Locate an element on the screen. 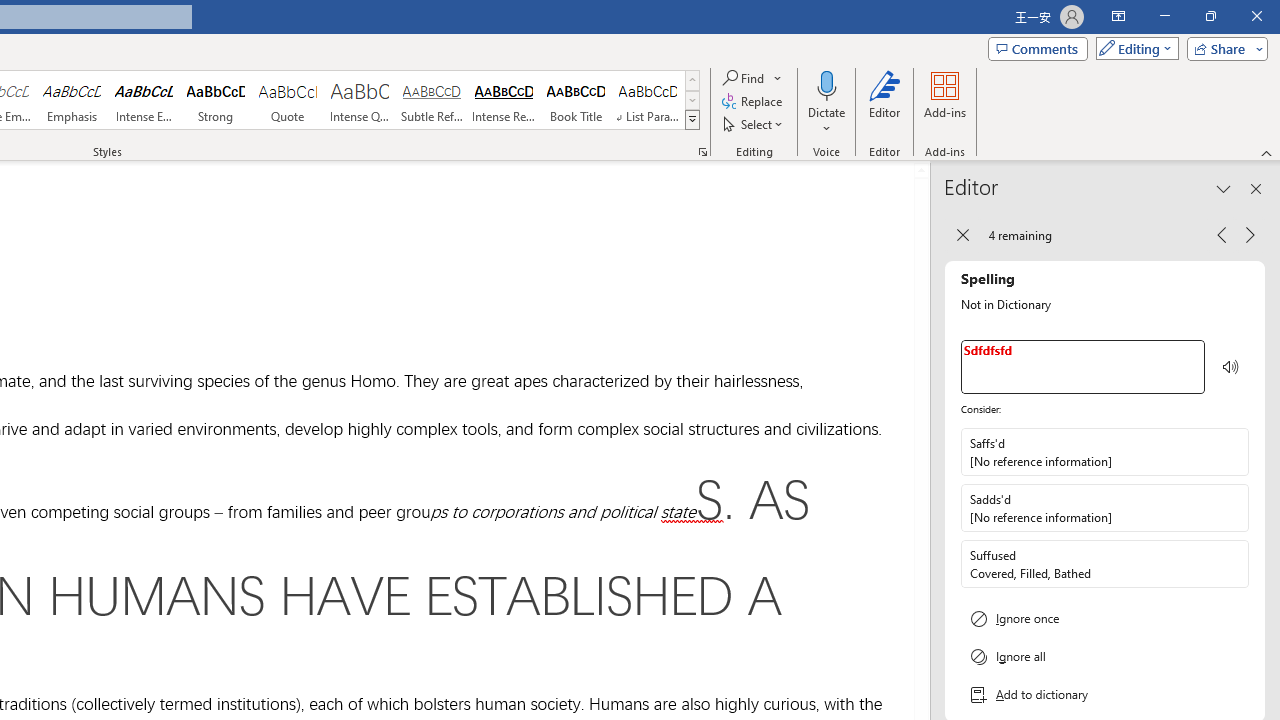  'Intense Reference' is located at coordinates (504, 100).